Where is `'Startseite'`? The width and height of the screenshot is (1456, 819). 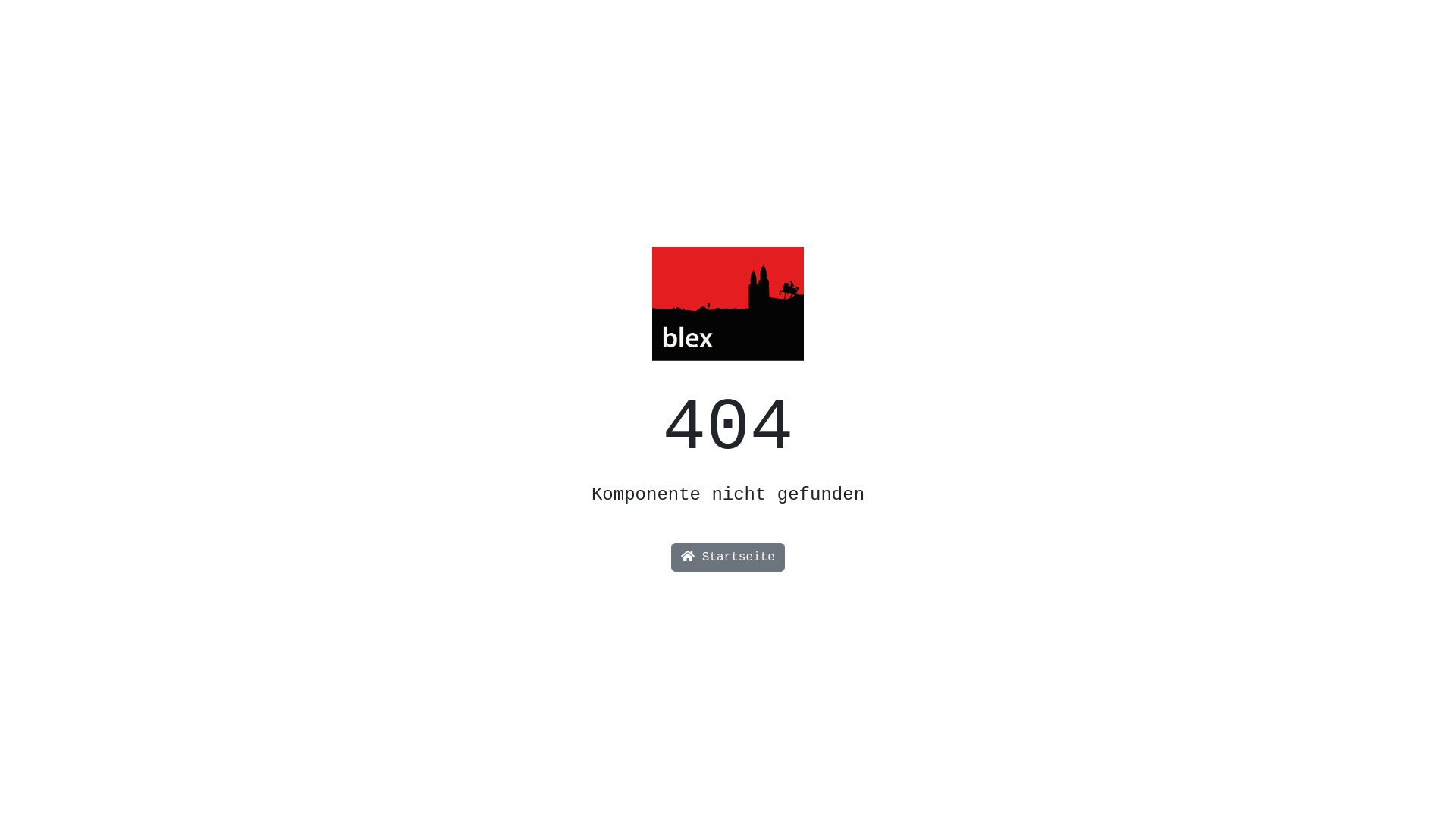
'Startseite' is located at coordinates (728, 557).